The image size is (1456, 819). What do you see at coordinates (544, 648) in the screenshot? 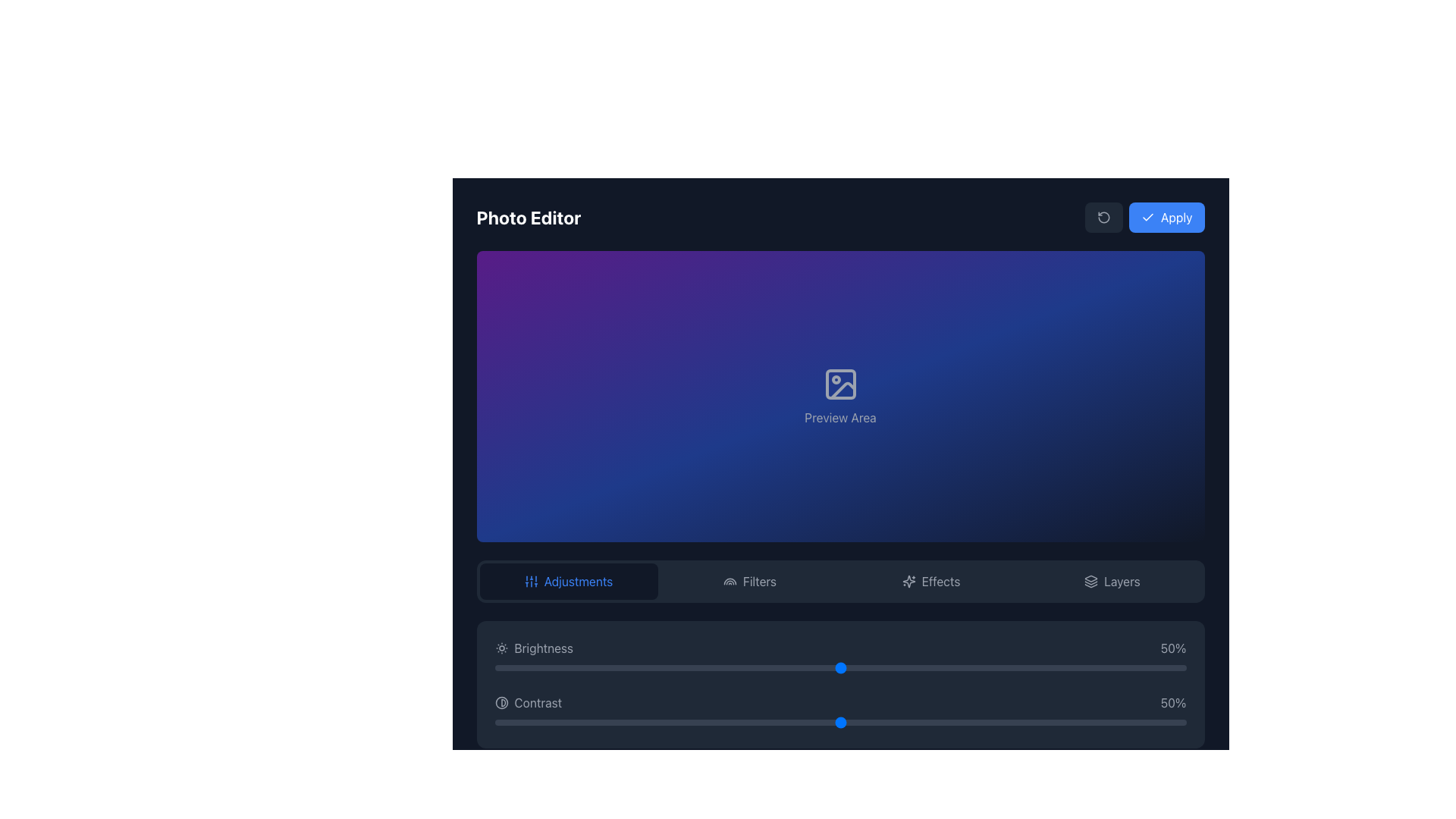
I see `the 'Brightness' label located in the 'Adjustments' panel, which displays the word 'Brightness' in a light-colored font next to a sun icon` at bounding box center [544, 648].